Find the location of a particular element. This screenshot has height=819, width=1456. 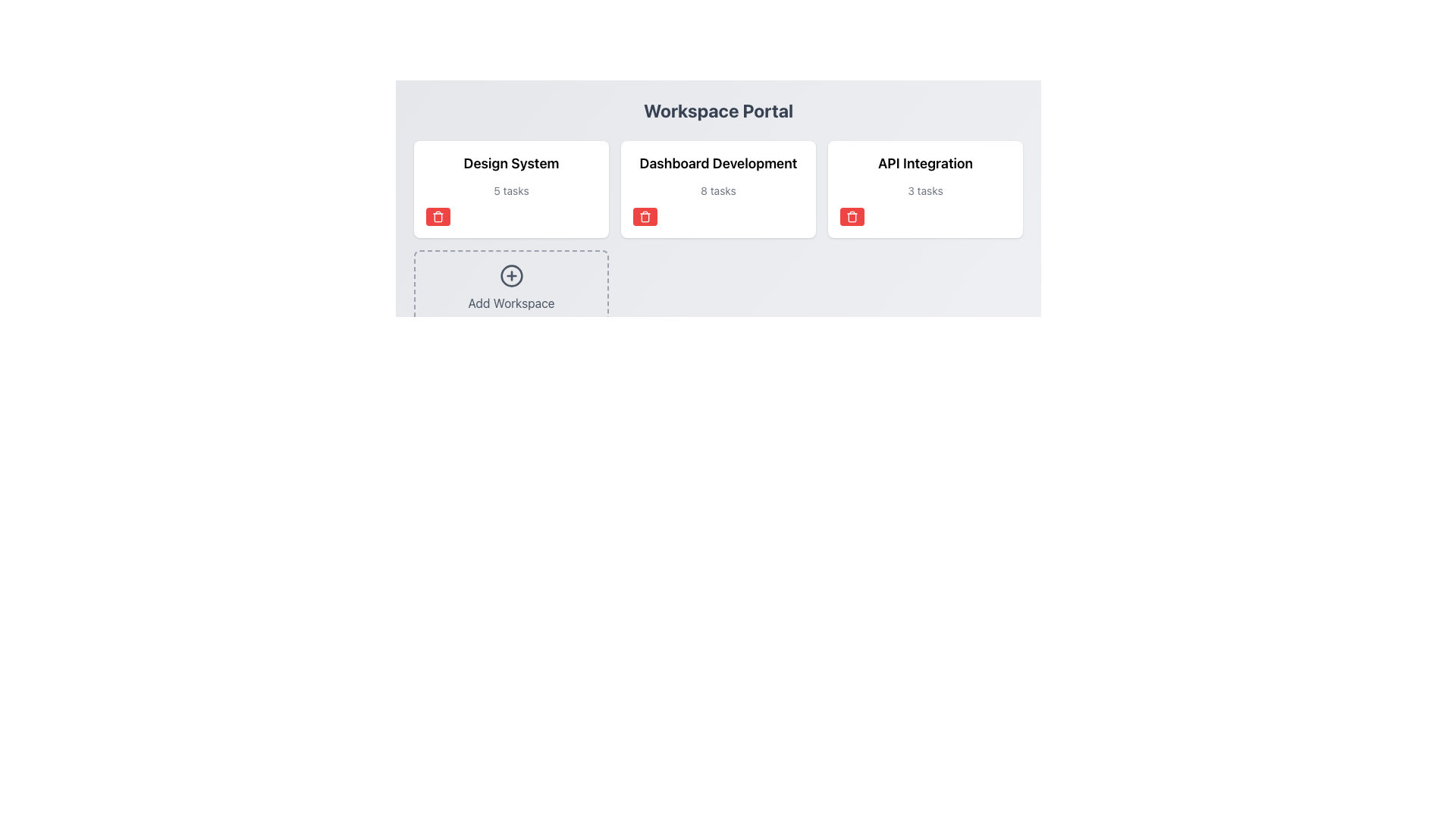

the text label displaying the number of tasks associated with the 'API Integration' section, which is located centrally beneath the header text 'API Integration' is located at coordinates (924, 190).